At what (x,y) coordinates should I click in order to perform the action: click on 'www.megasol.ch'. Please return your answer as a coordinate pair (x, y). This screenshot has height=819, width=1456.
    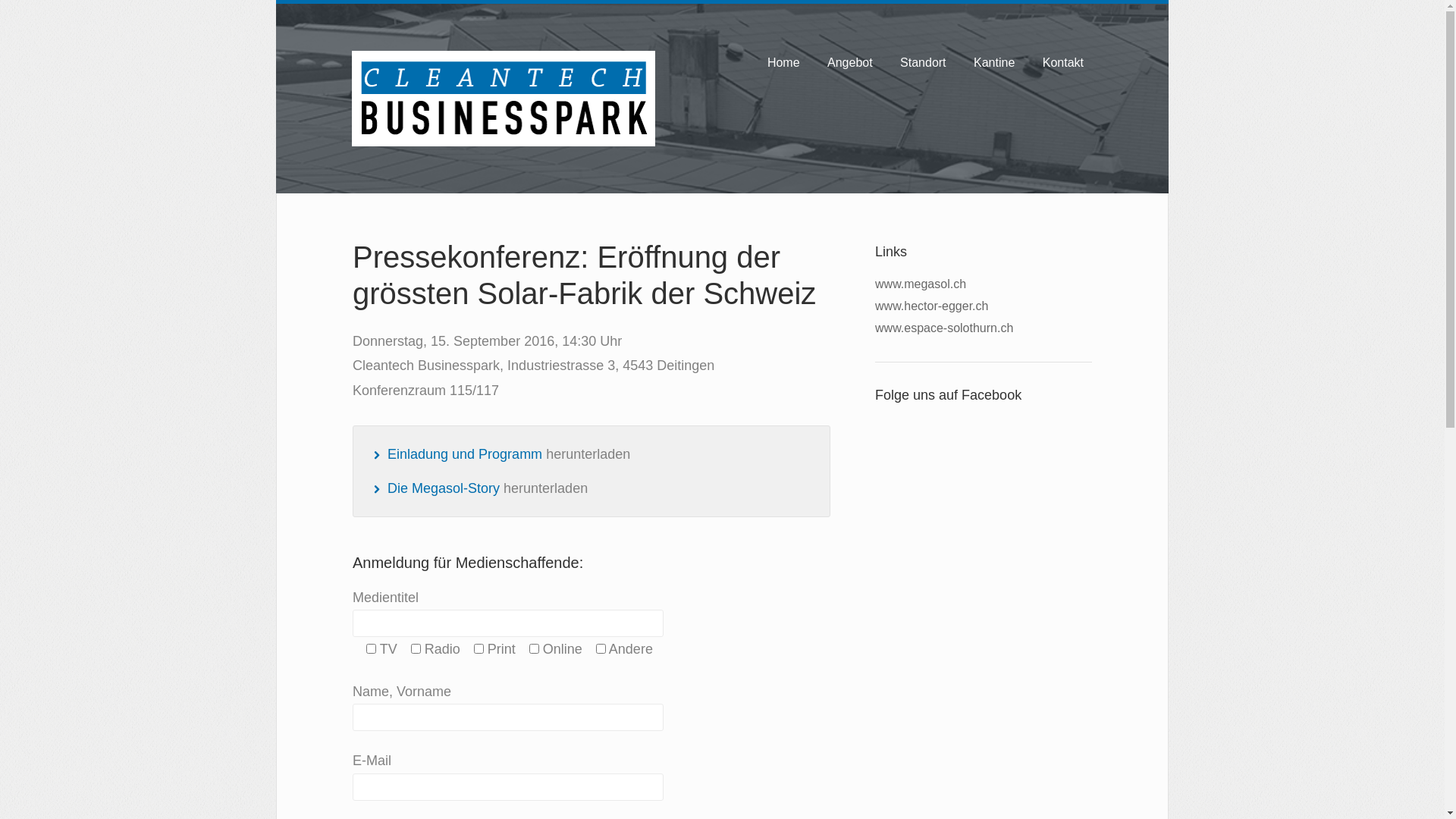
    Looking at the image, I should click on (920, 284).